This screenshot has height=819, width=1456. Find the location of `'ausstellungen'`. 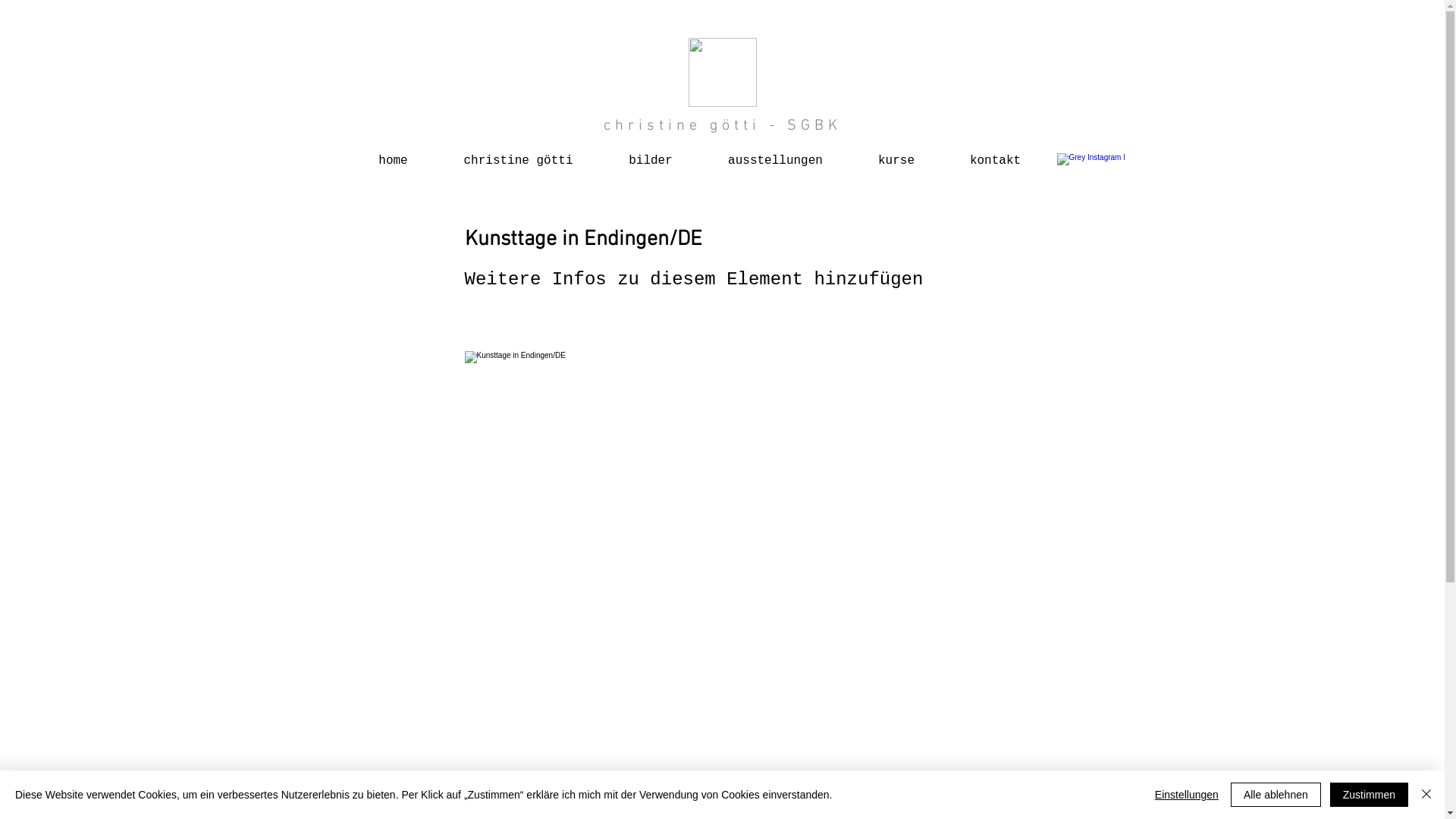

'ausstellungen' is located at coordinates (700, 154).